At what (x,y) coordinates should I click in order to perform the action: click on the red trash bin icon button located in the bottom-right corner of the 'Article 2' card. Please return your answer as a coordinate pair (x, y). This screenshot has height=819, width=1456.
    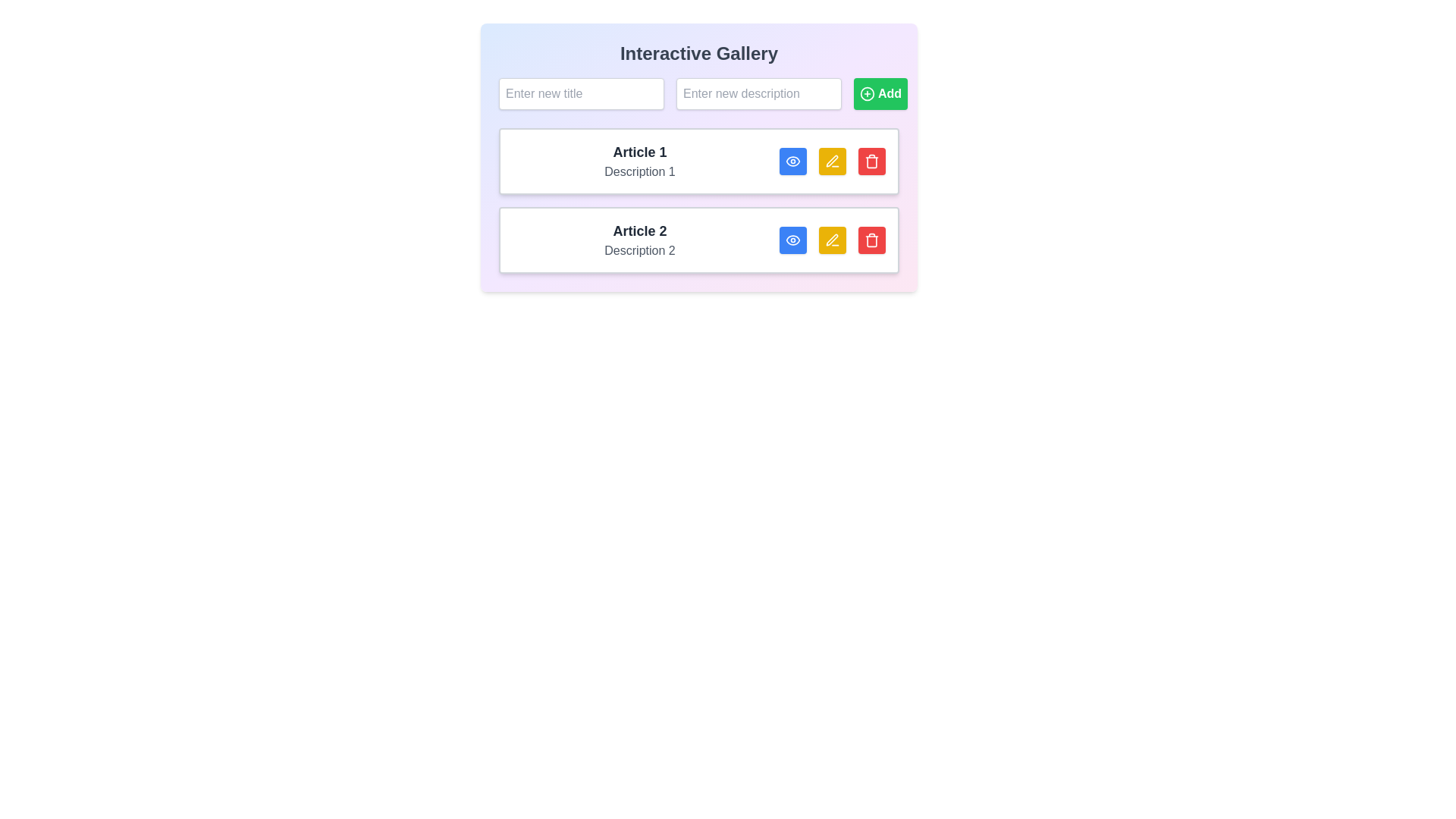
    Looking at the image, I should click on (872, 239).